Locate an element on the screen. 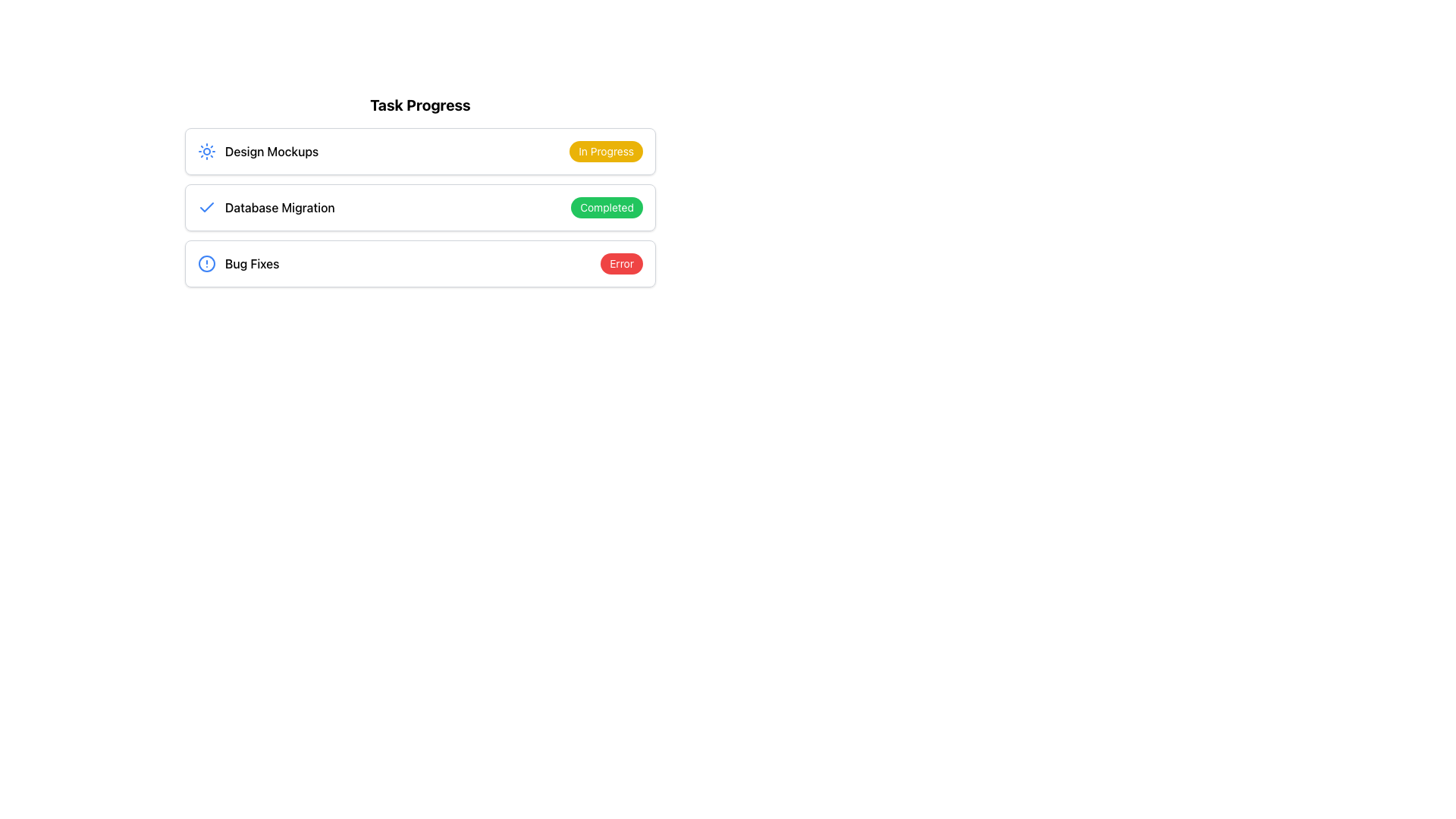 This screenshot has width=1456, height=819. the second task in the Task Progress Indicator to focus or select it is located at coordinates (420, 207).